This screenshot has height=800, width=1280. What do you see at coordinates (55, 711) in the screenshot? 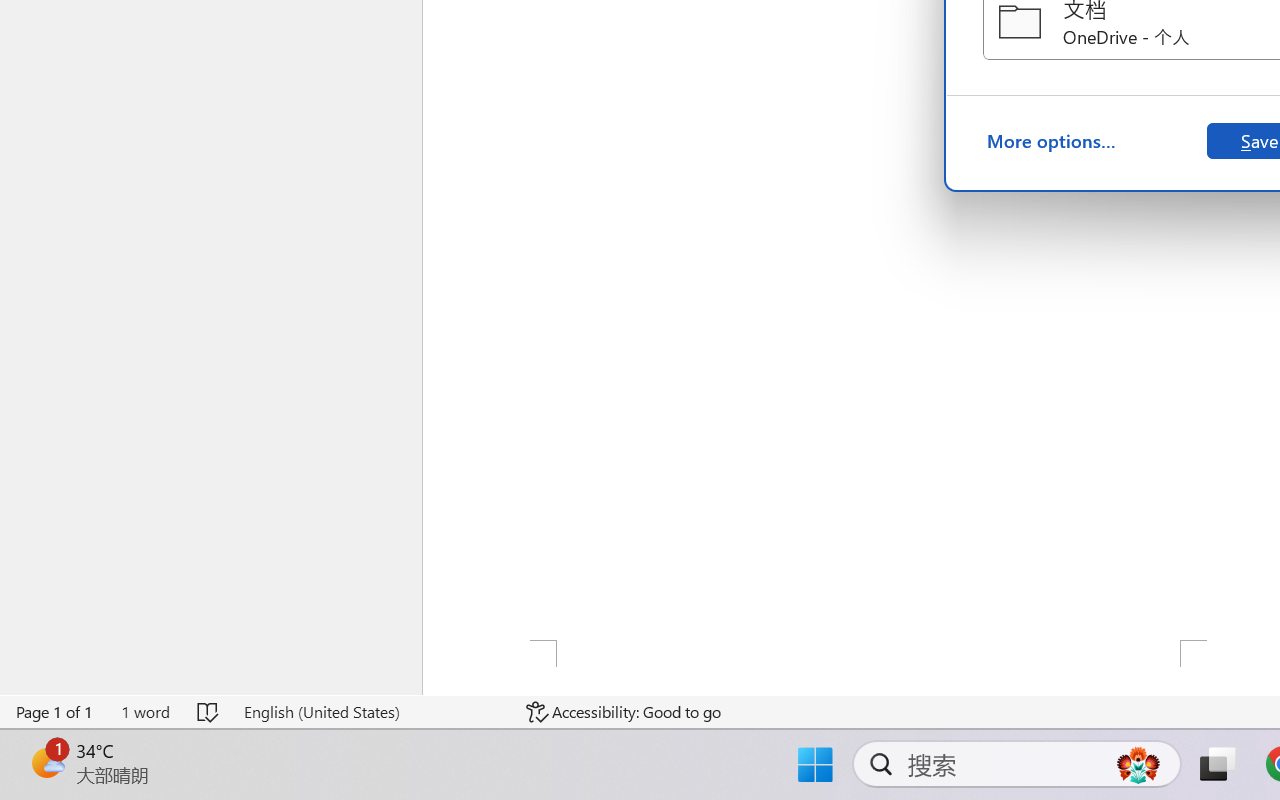
I see `'Page Number Page 1 of 1'` at bounding box center [55, 711].